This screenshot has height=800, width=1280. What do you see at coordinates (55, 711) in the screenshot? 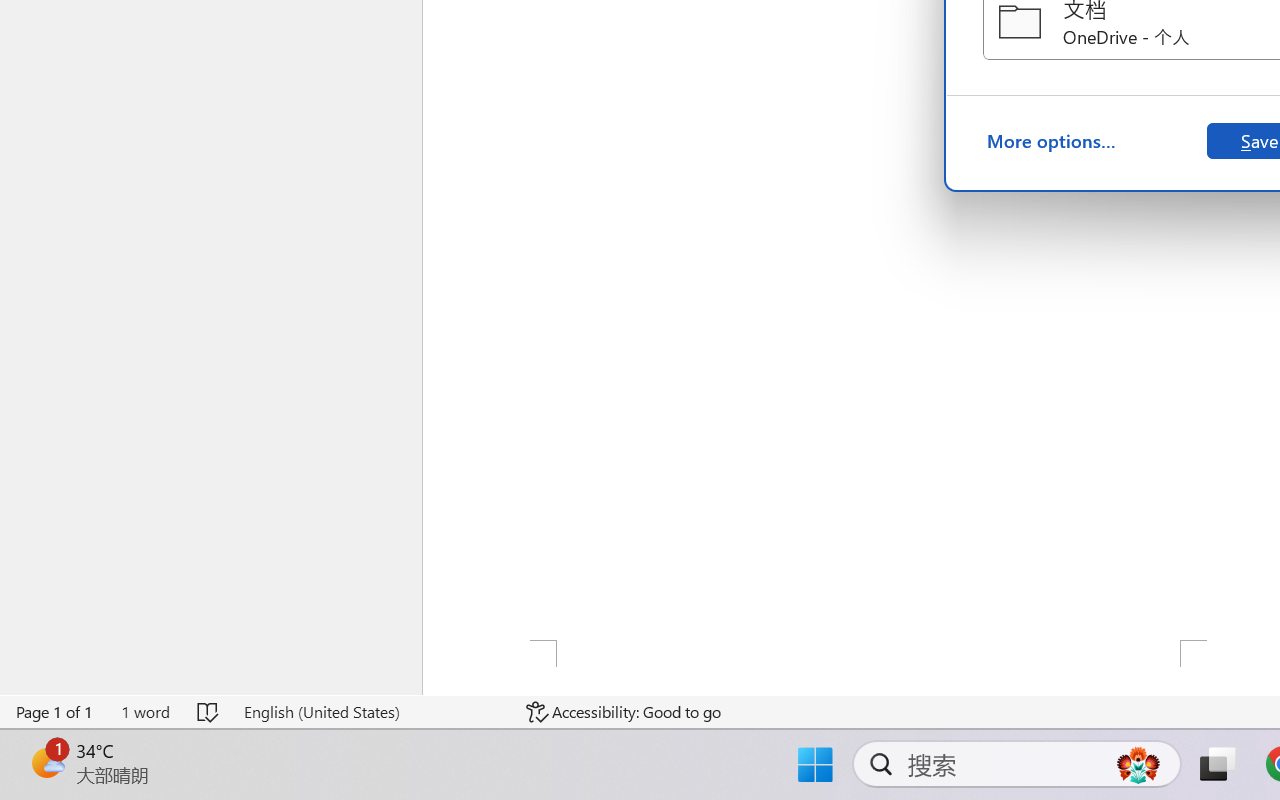
I see `'Page Number Page 1 of 1'` at bounding box center [55, 711].